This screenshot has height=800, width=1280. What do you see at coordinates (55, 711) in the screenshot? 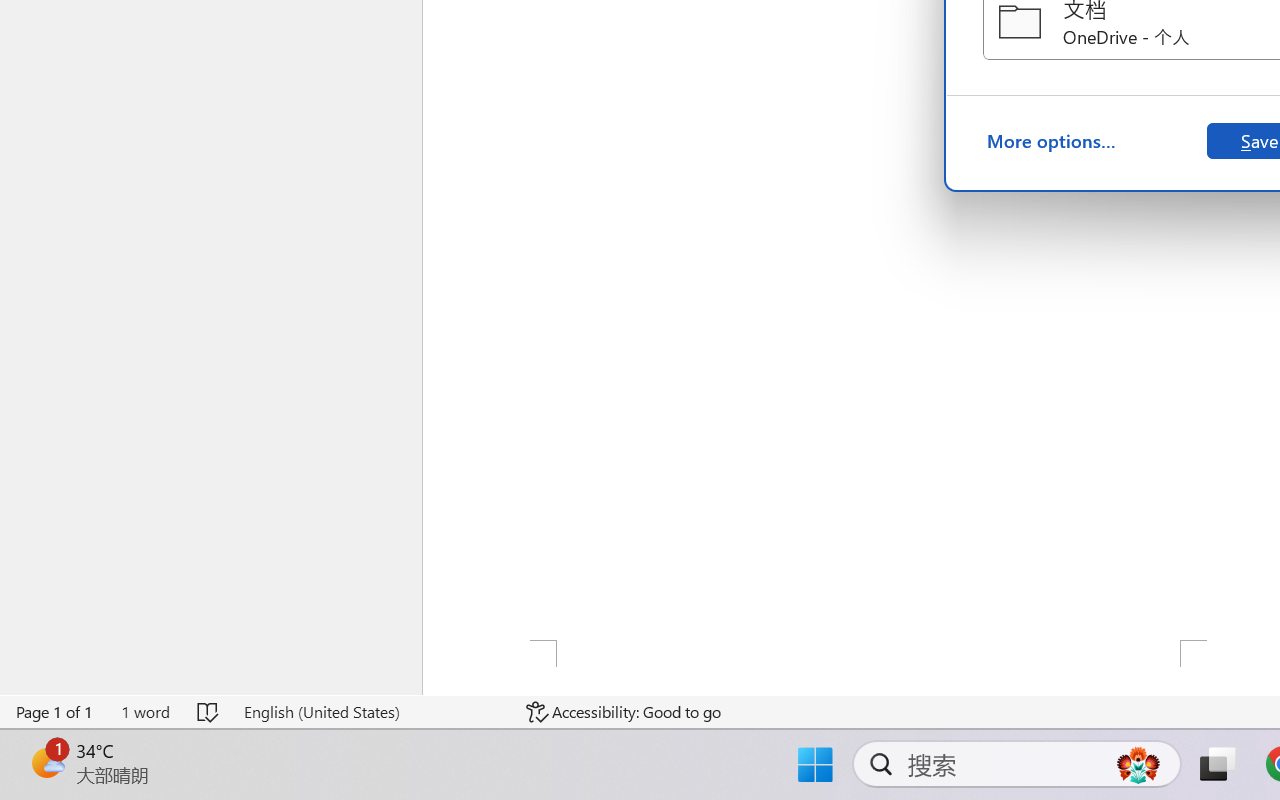
I see `'Page Number Page 1 of 1'` at bounding box center [55, 711].